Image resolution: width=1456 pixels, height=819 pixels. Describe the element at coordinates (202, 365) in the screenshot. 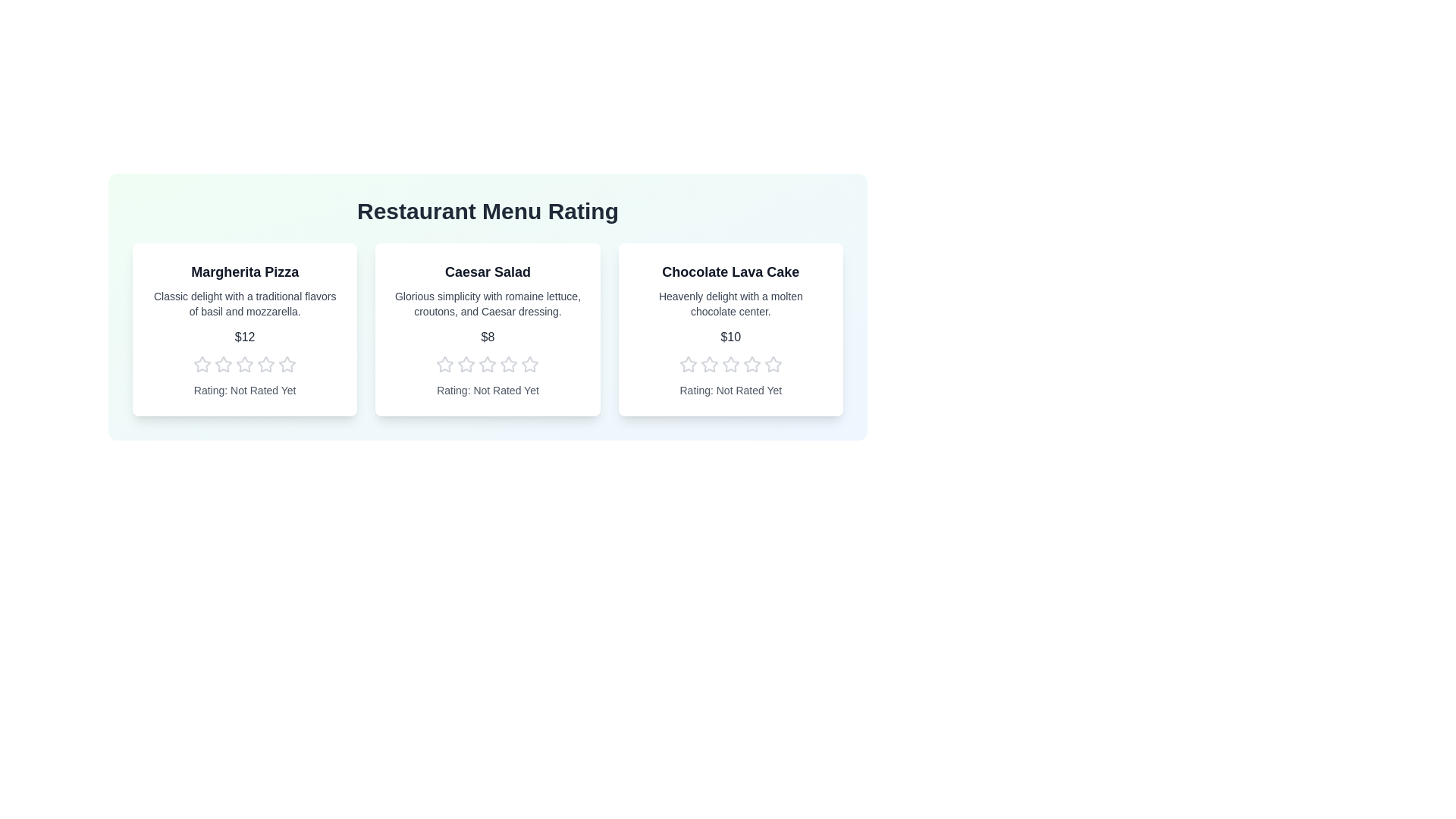

I see `the star corresponding to the desired rating 1 for the menu item Margherita Pizza` at that location.